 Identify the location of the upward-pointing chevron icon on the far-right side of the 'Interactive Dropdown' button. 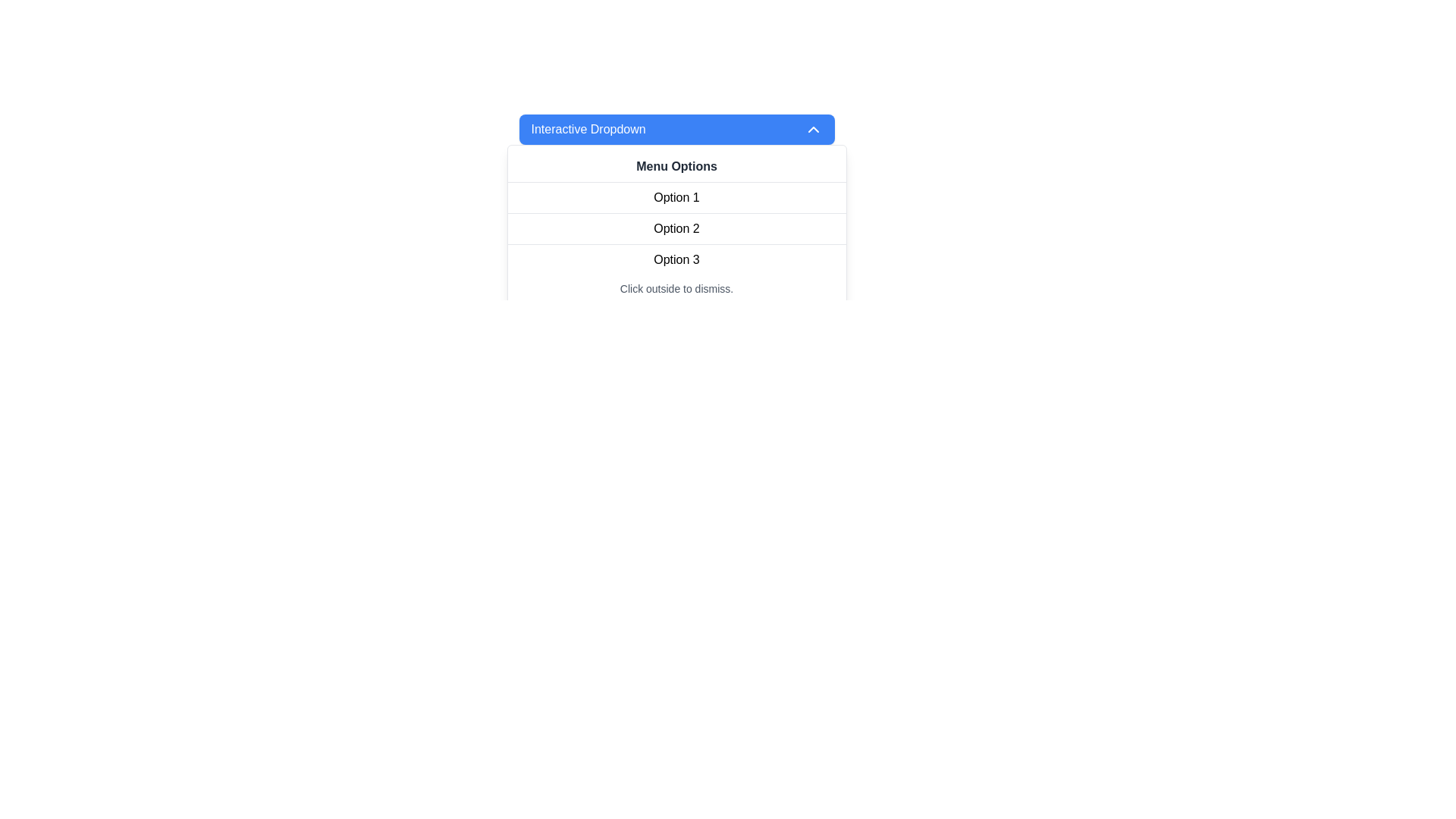
(812, 128).